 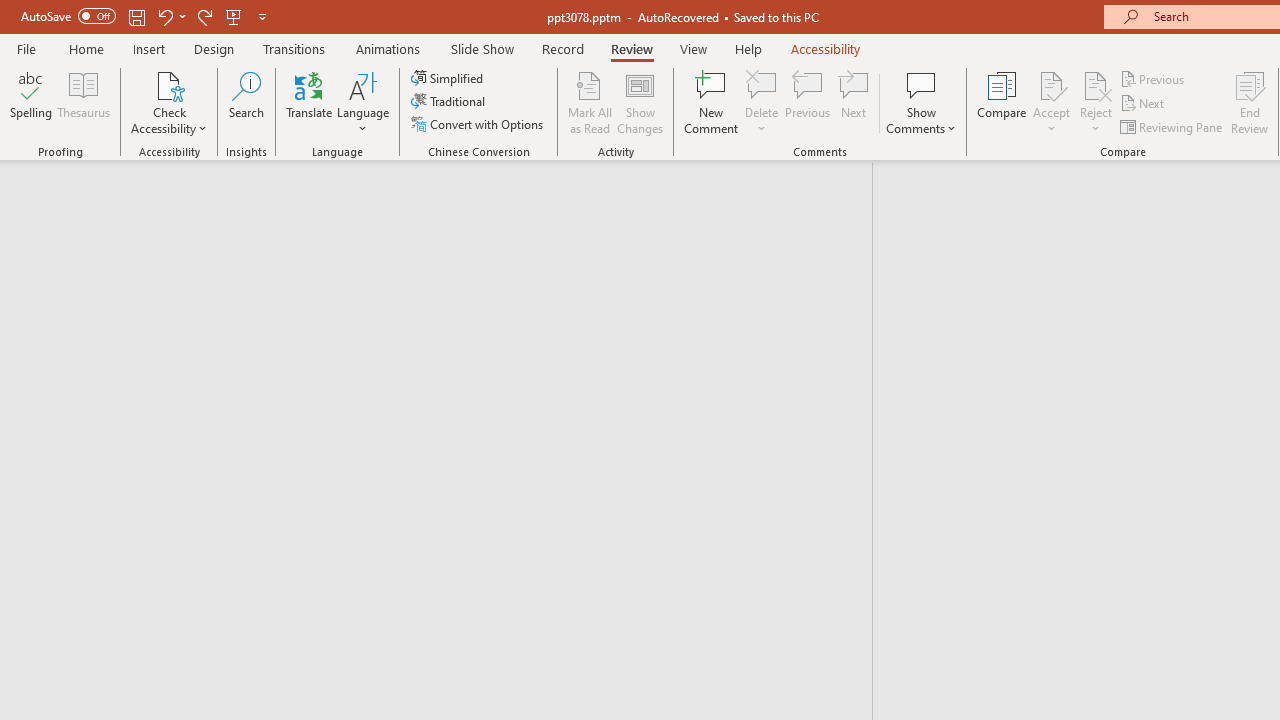 I want to click on 'Thesaurus...', so click(x=82, y=103).